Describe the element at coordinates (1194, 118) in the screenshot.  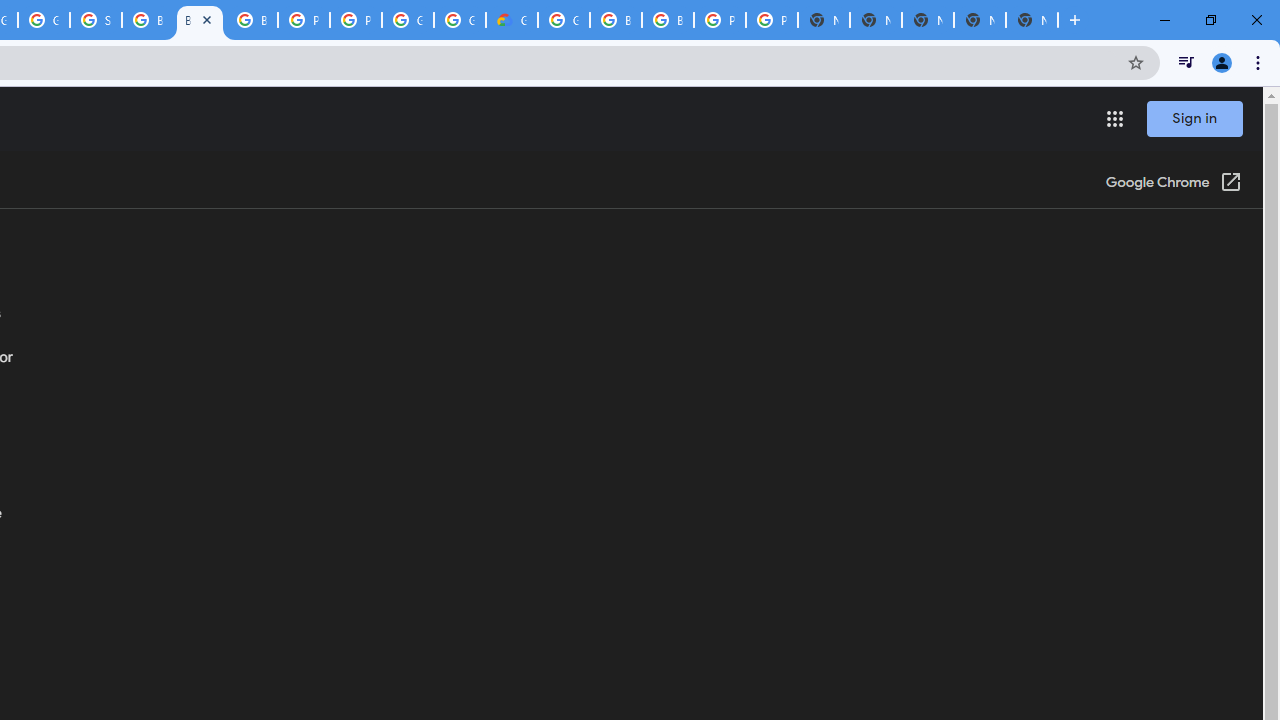
I see `'Sign in'` at that location.